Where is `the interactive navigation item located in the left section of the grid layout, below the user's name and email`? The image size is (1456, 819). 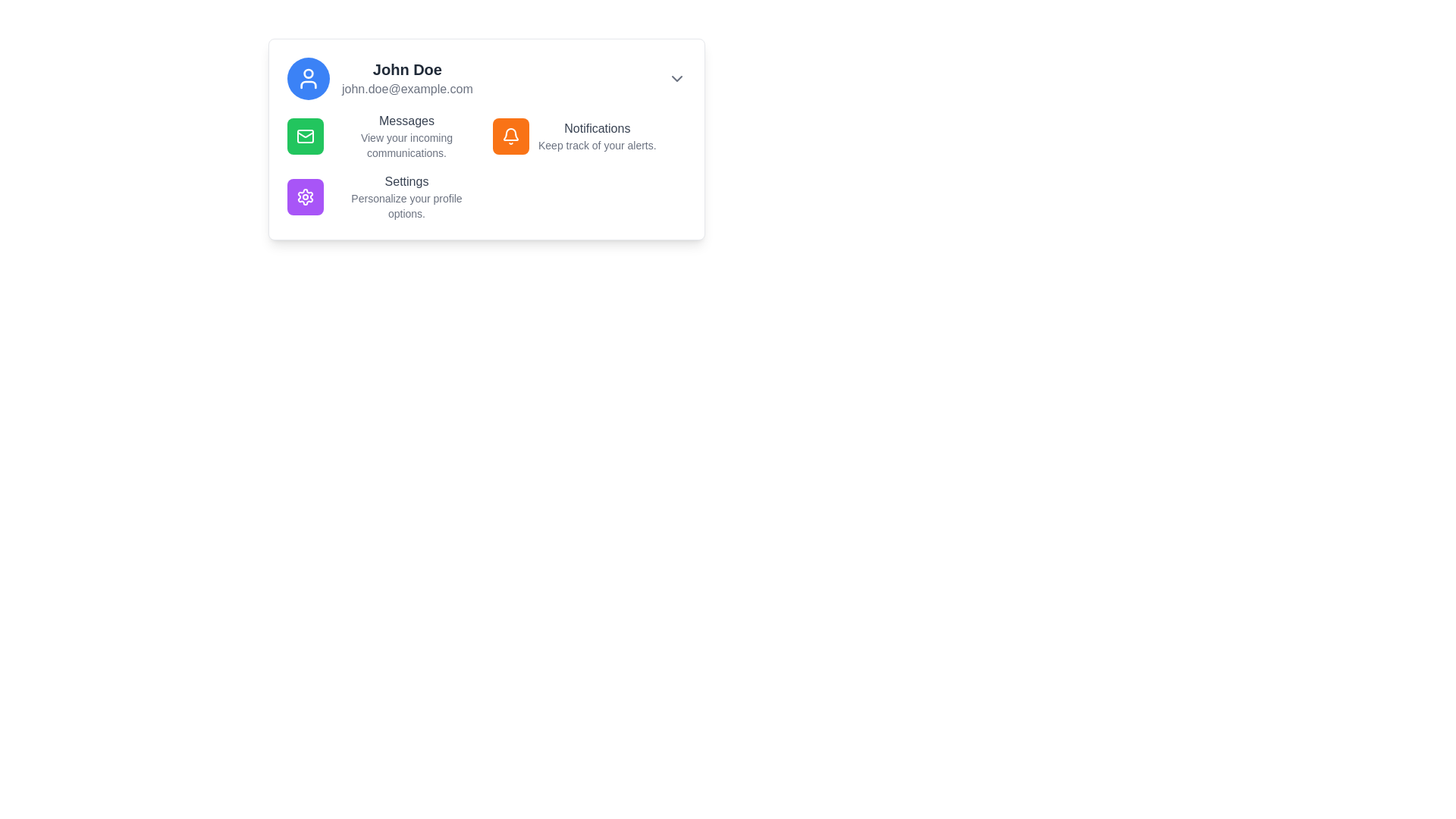 the interactive navigation item located in the left section of the grid layout, below the user's name and email is located at coordinates (384, 136).